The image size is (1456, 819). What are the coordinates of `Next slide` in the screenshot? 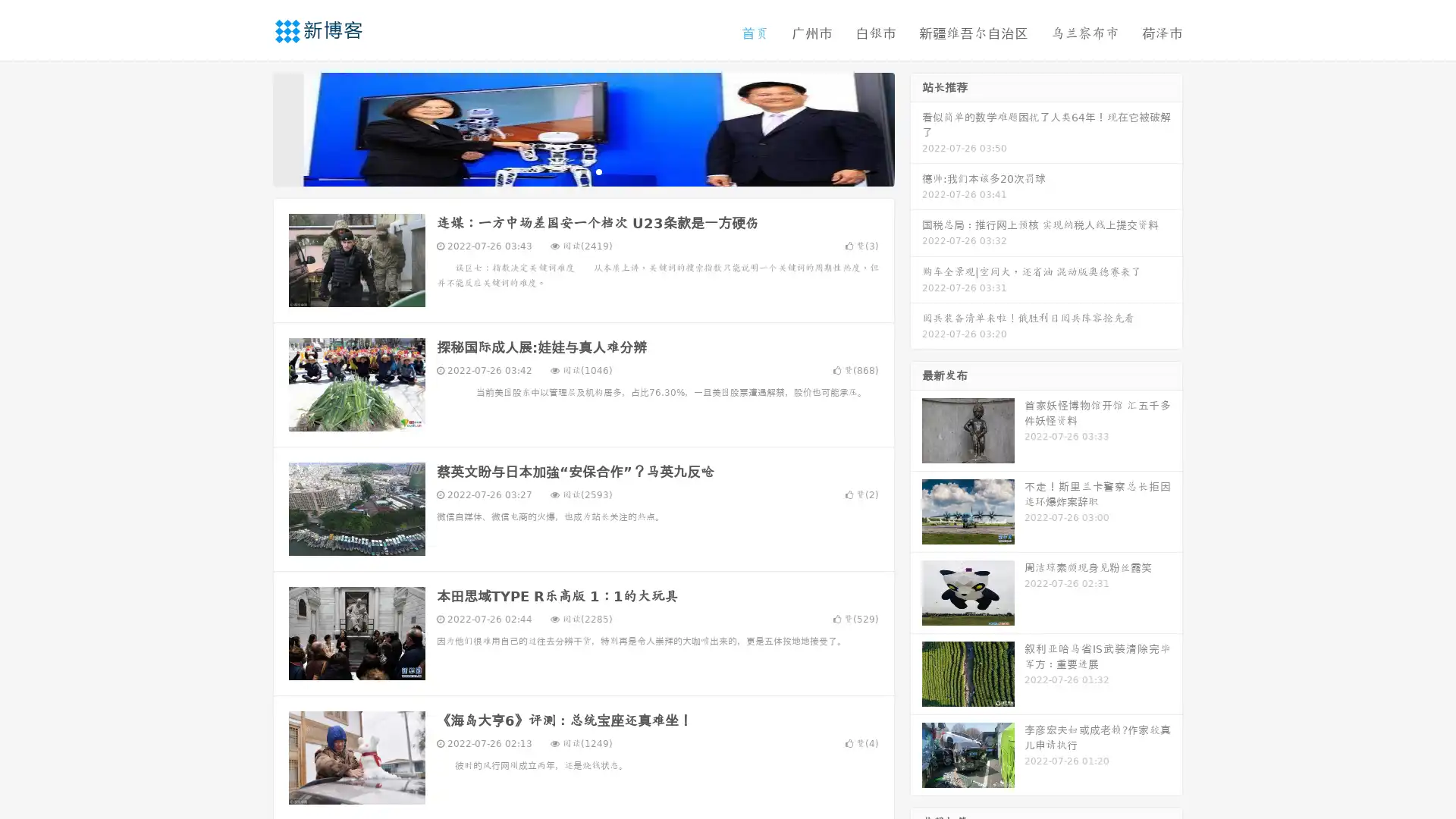 It's located at (916, 127).